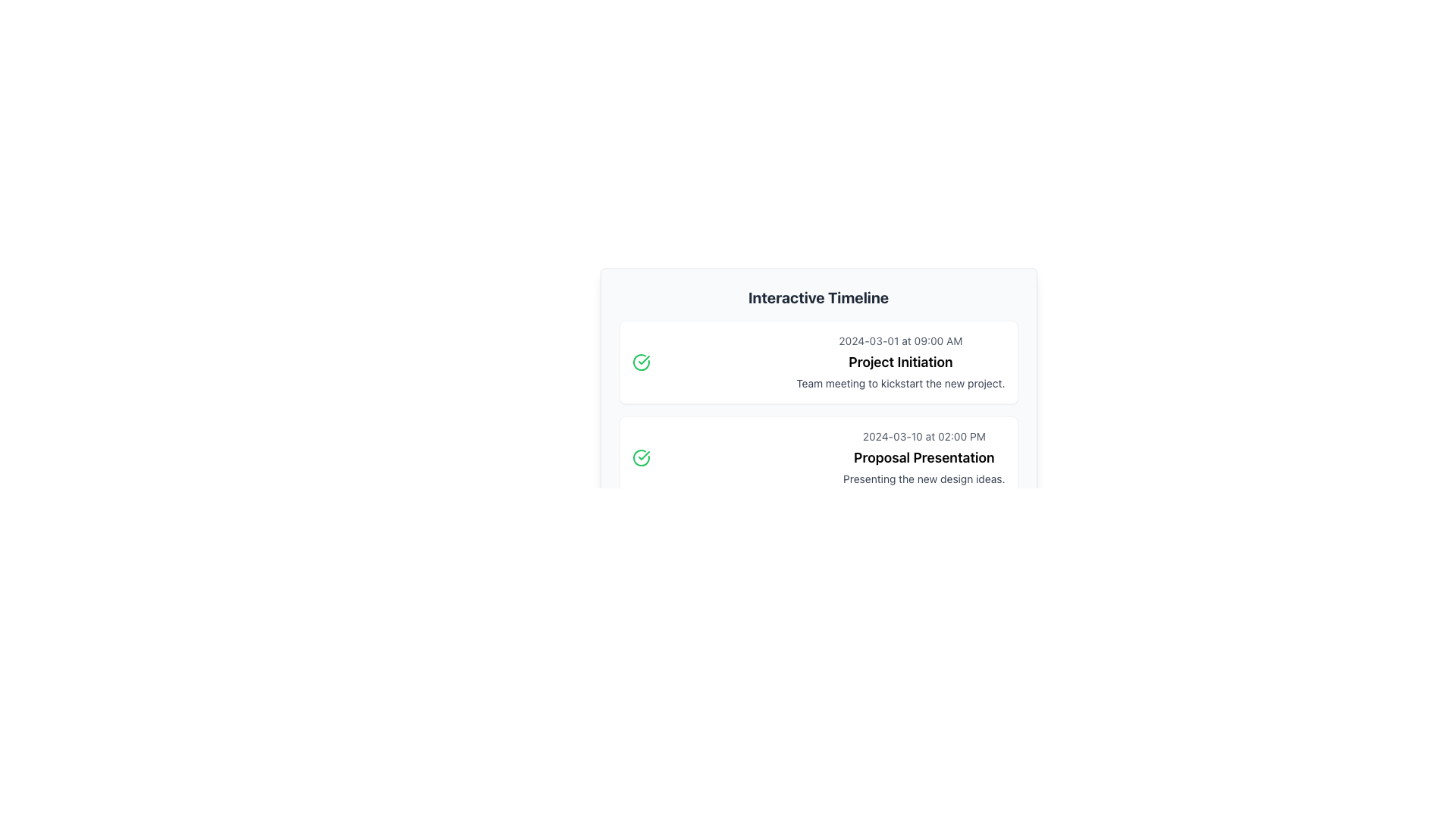 The height and width of the screenshot is (819, 1456). Describe the element at coordinates (900, 382) in the screenshot. I see `the text element that reads 'Team meeting to kickstart the new project.' which is located below the title 'Project Initiation' in the timeline interface` at that location.